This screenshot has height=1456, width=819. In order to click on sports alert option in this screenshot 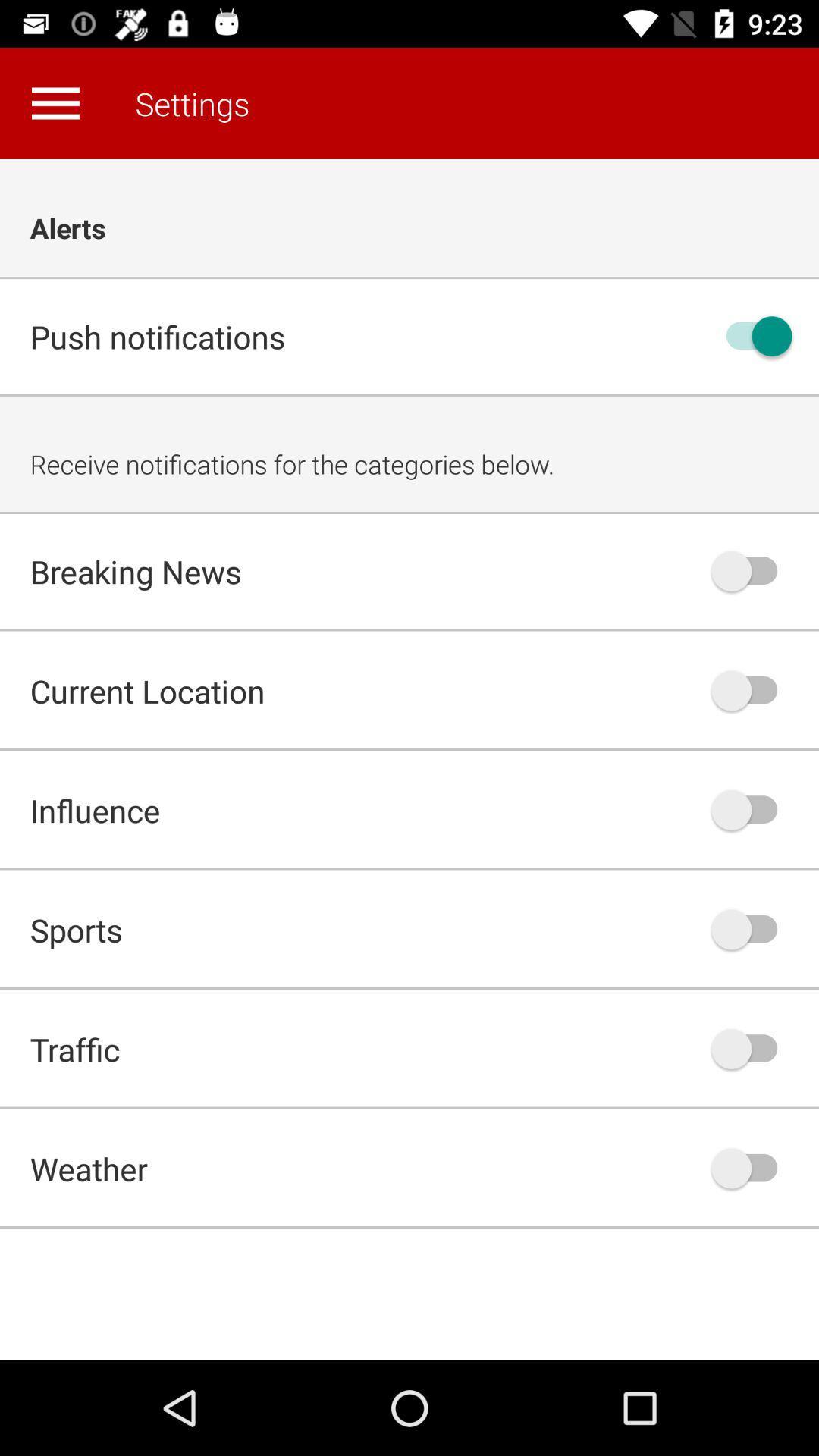, I will do `click(752, 928)`.